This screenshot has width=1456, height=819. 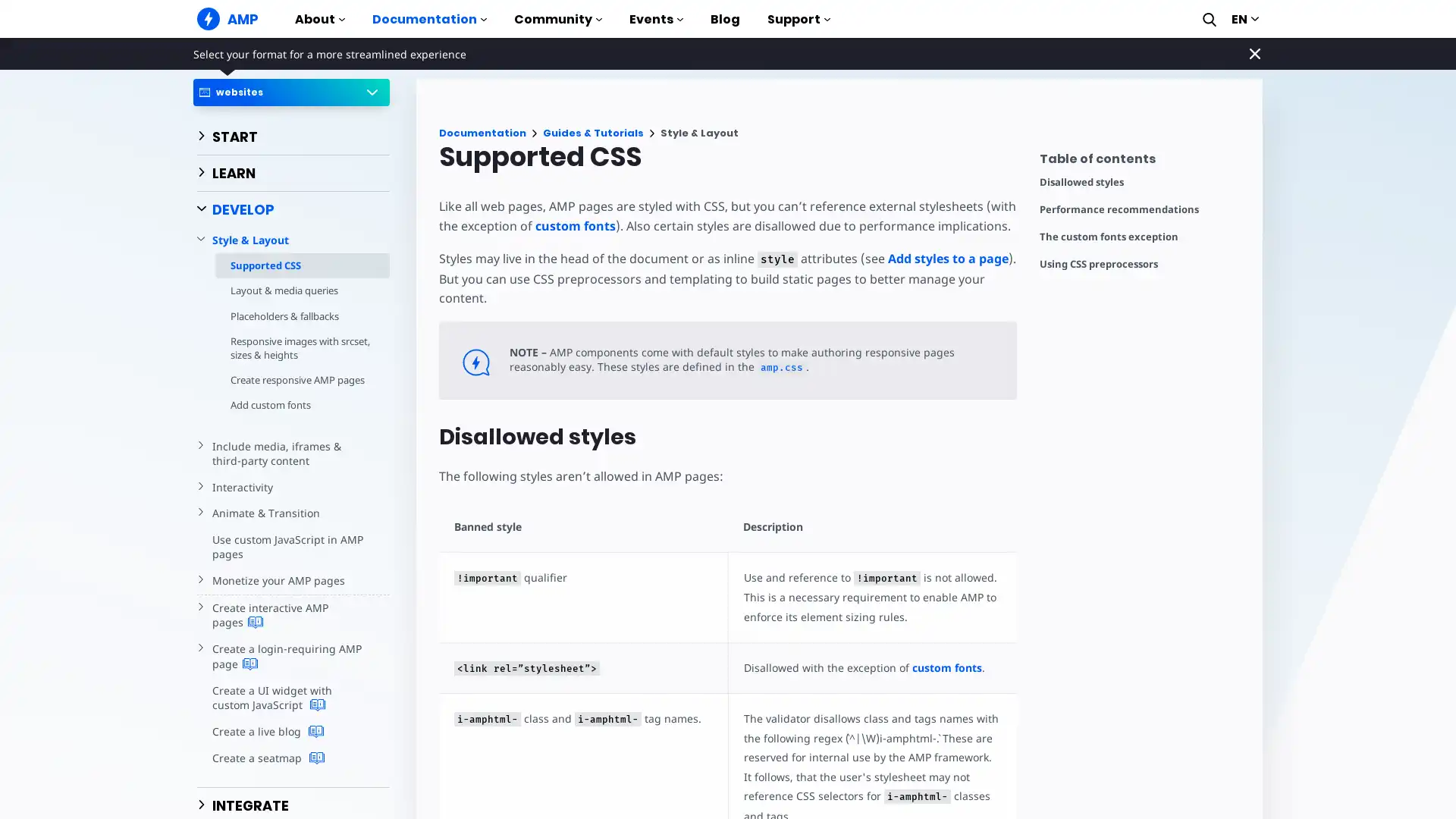 What do you see at coordinates (291, 92) in the screenshot?
I see `websites` at bounding box center [291, 92].